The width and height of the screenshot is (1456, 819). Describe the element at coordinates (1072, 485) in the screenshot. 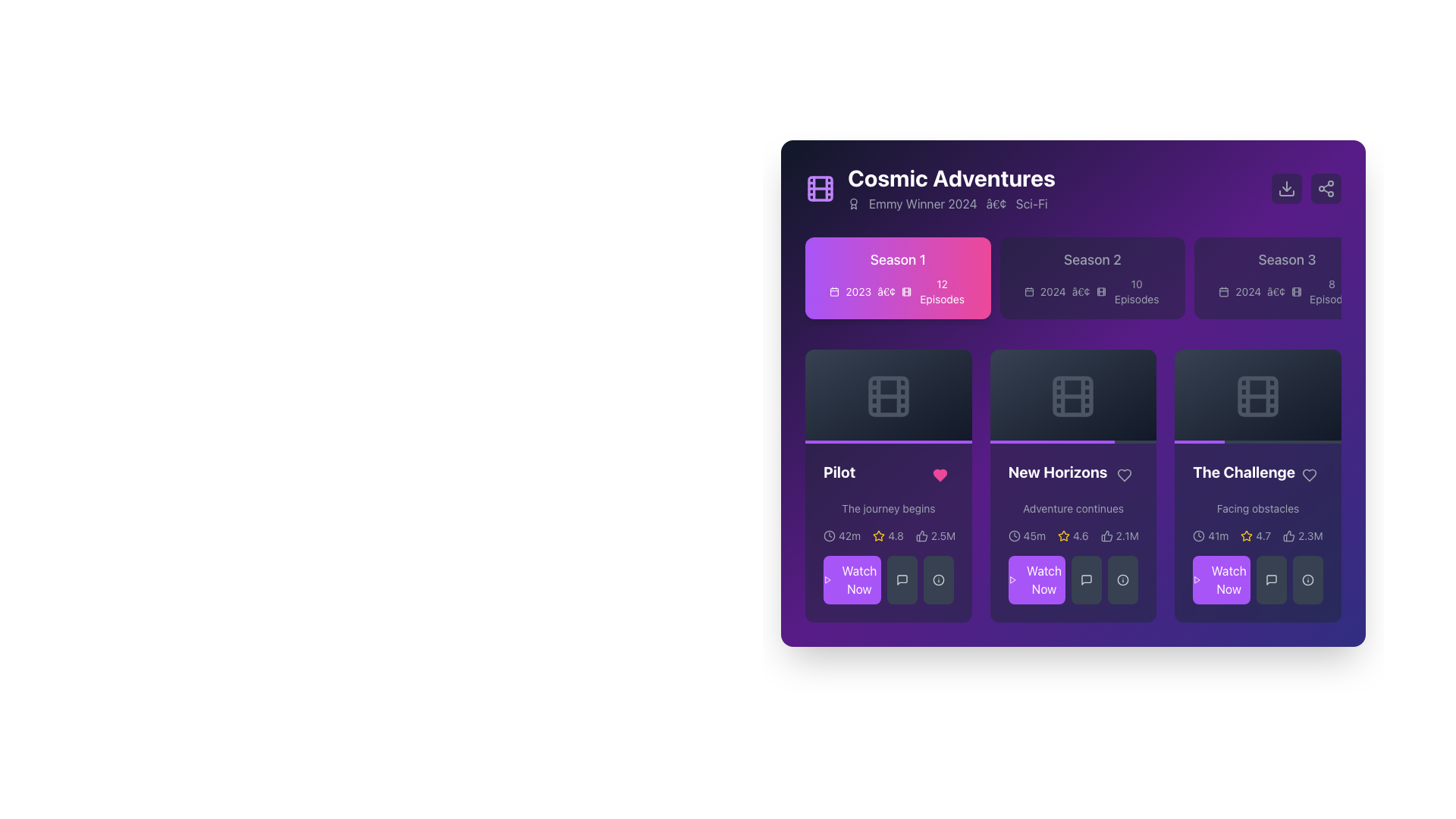

I see `the 'New Horizons' card component, which features a title in bold white text and a description in gray text, to see more details` at that location.